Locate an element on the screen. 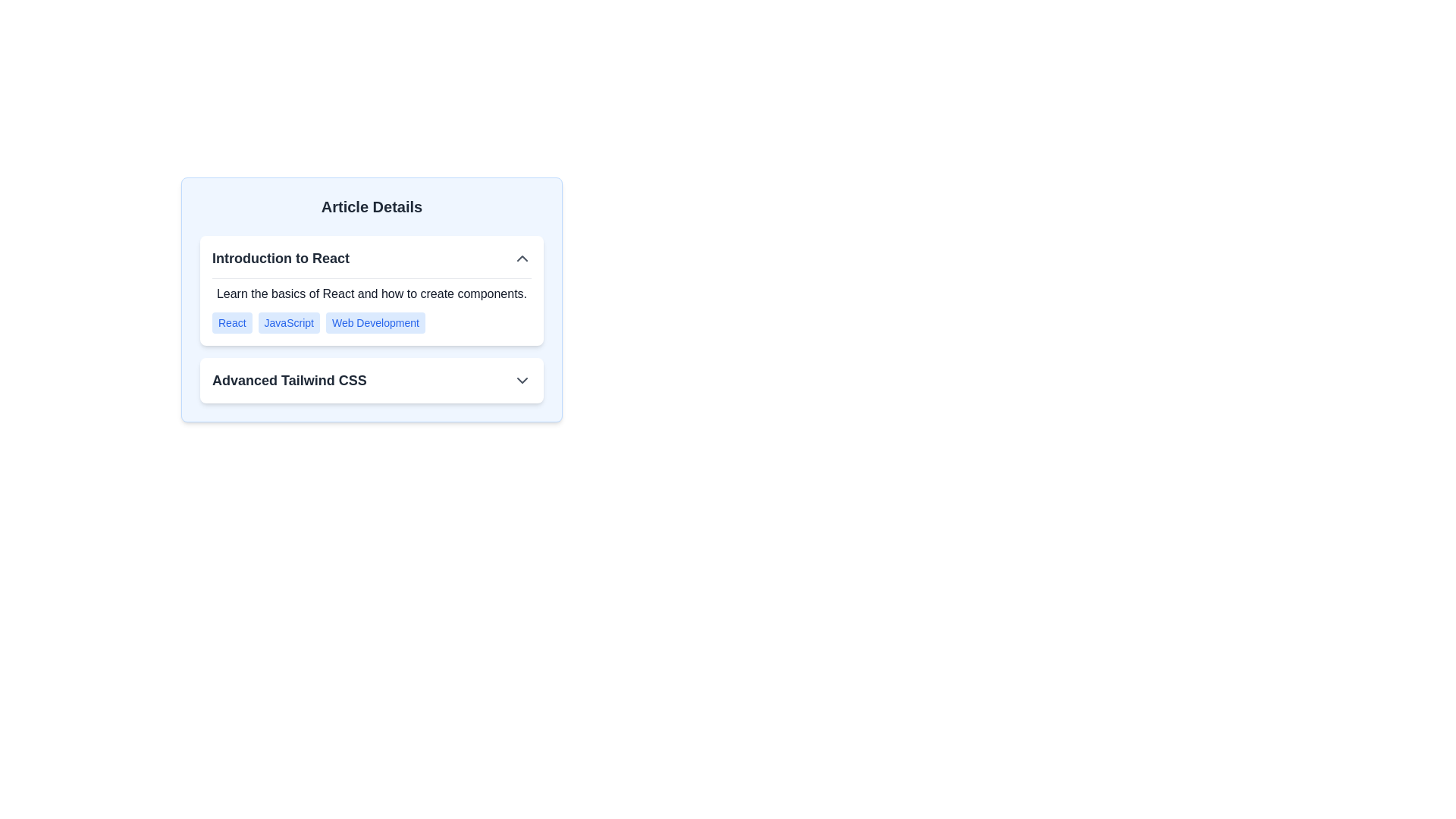  text snippet that states 'Learn the basics of React and how to create components.' which is styled as a standalone paragraph and located in the center of the card labeled 'Introduction to React' is located at coordinates (372, 294).